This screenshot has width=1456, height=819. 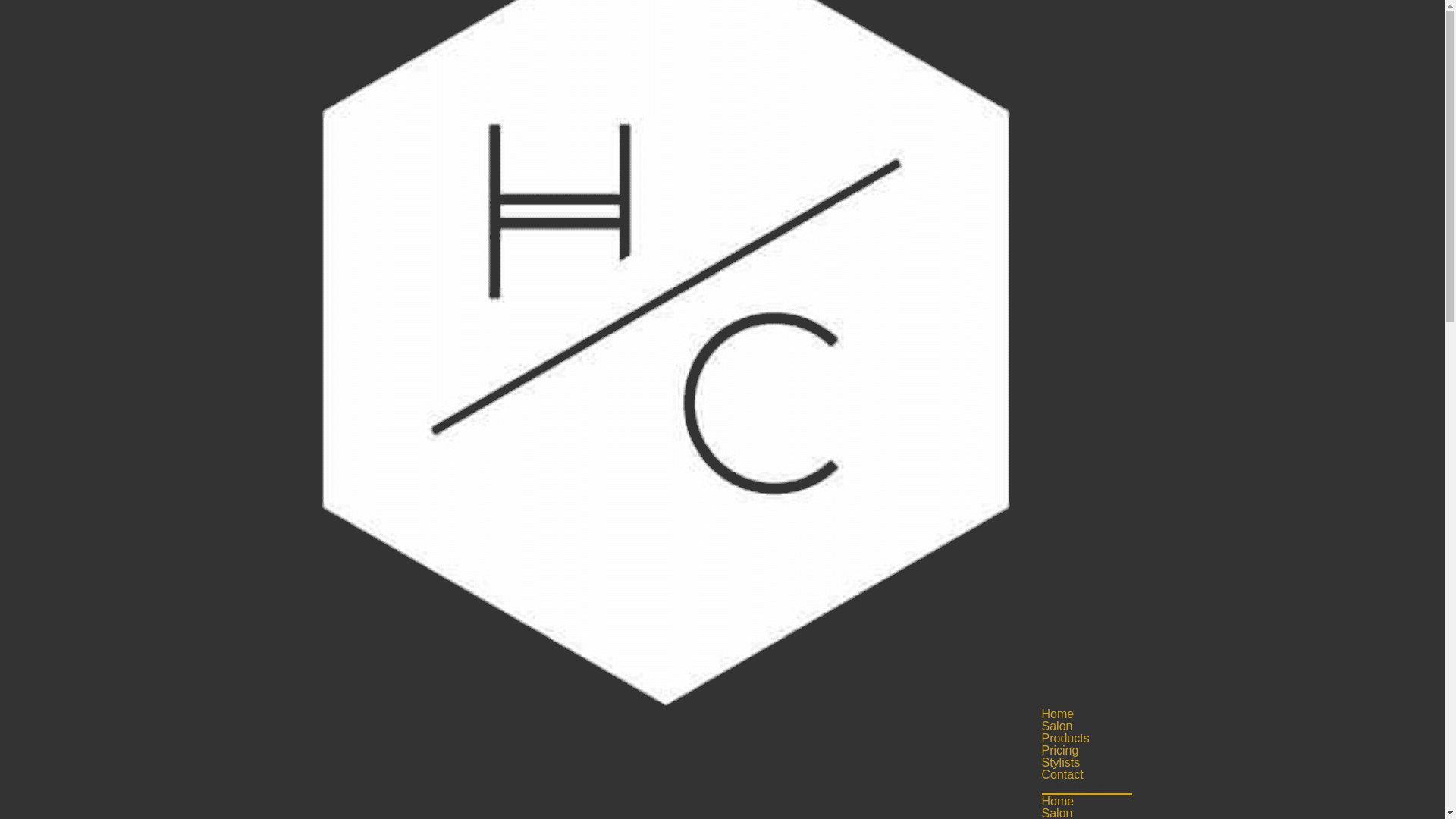 I want to click on 'Pricing', so click(x=1059, y=751).